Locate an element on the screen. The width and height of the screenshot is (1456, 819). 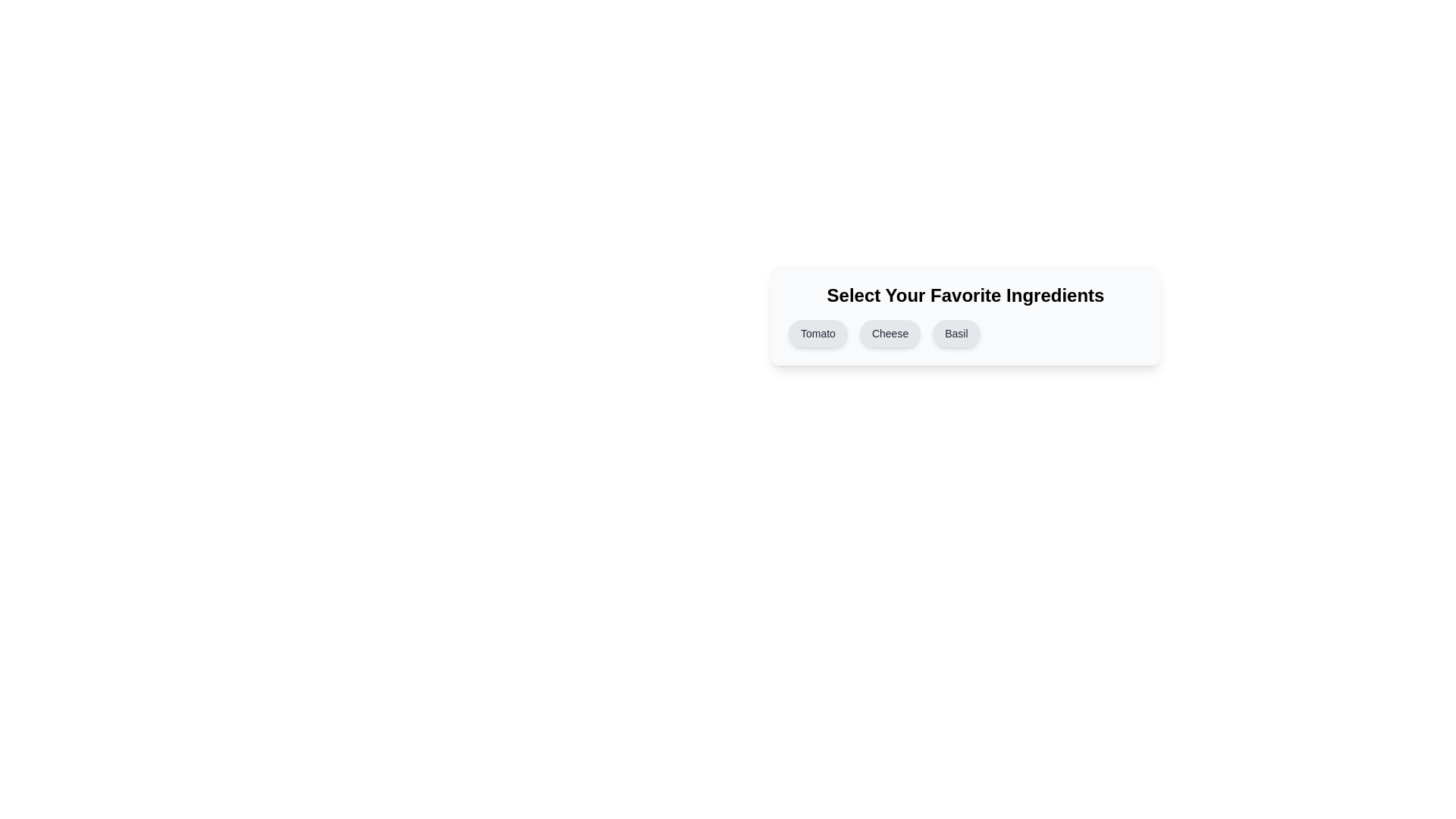
the button corresponding to the ingredient Cheese is located at coordinates (890, 332).